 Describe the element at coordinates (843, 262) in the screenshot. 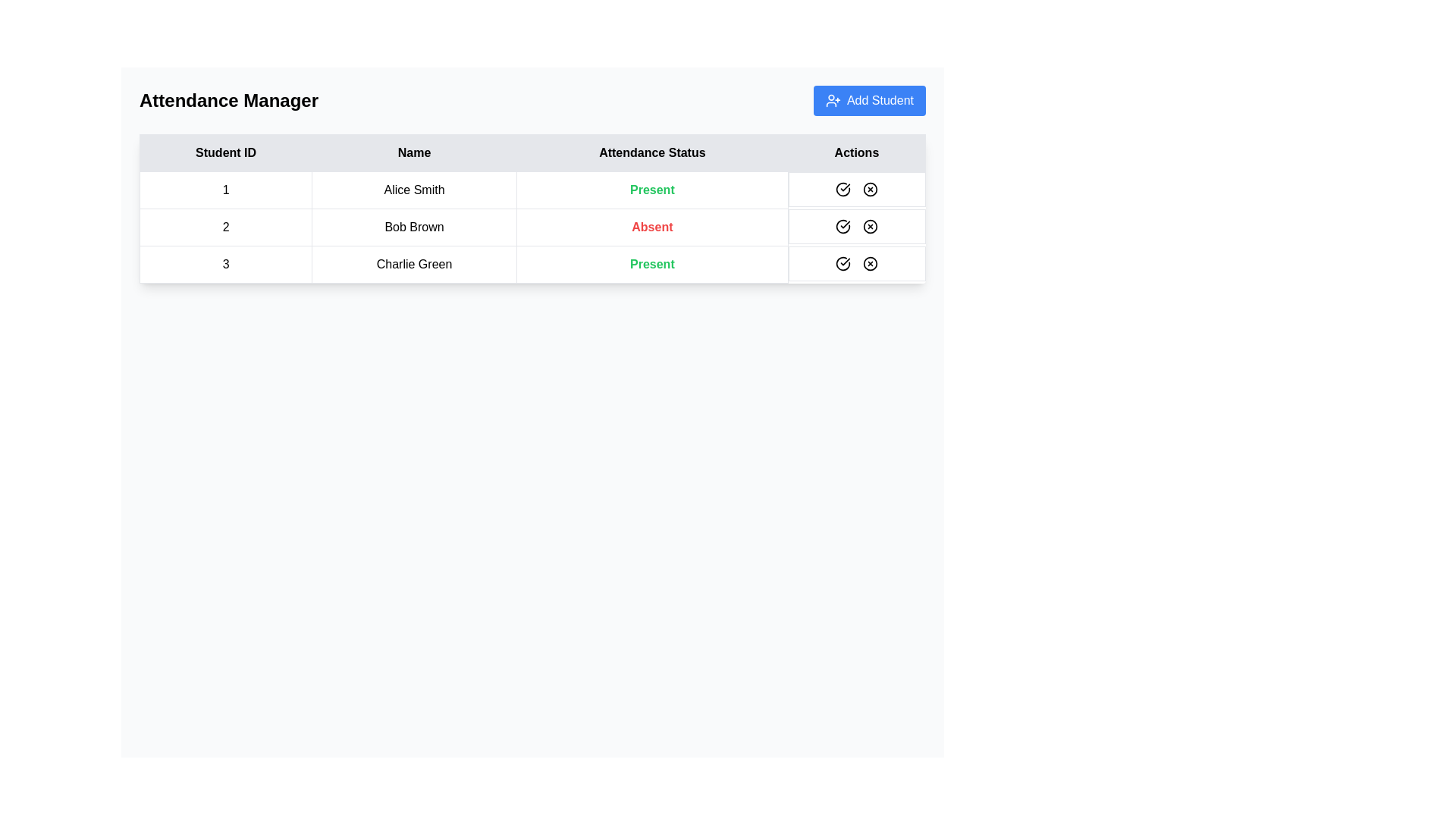

I see `the attendance/status confirmation icon located in the third row of the table under the 'Actions' column, which is the first icon from the left` at that location.